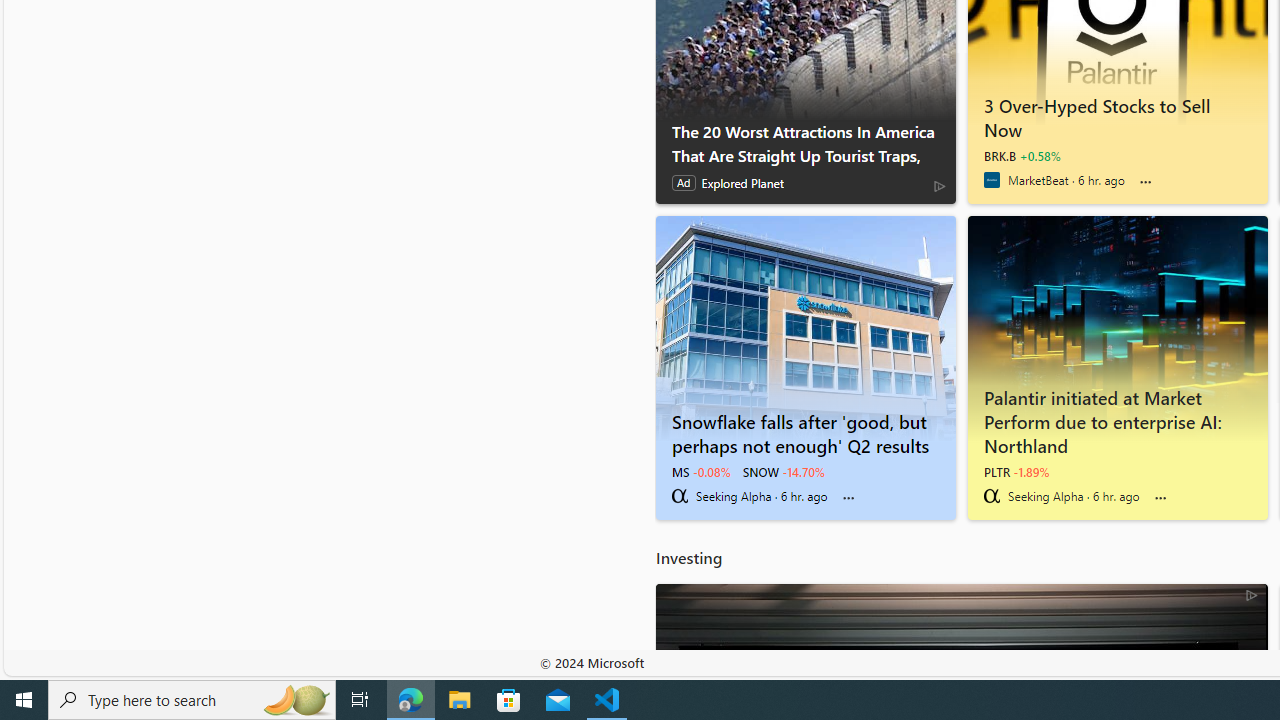 This screenshot has height=720, width=1280. What do you see at coordinates (1016, 471) in the screenshot?
I see `'PLTR -1.89%'` at bounding box center [1016, 471].